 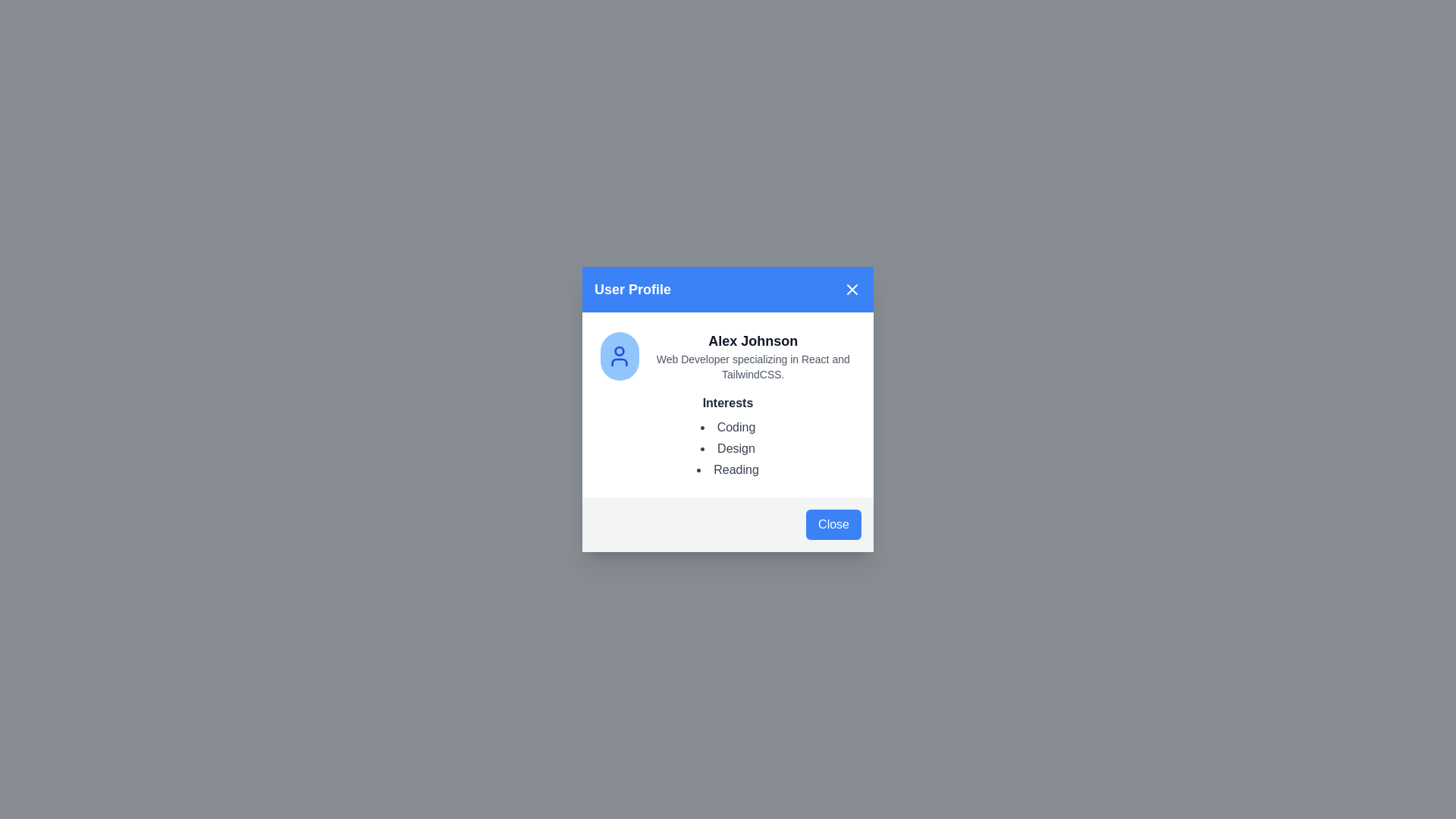 I want to click on the text label displaying 'User Profile', which is styled in bold font and positioned within a blue rectangular background, indicating its importance as a header, so click(x=632, y=289).